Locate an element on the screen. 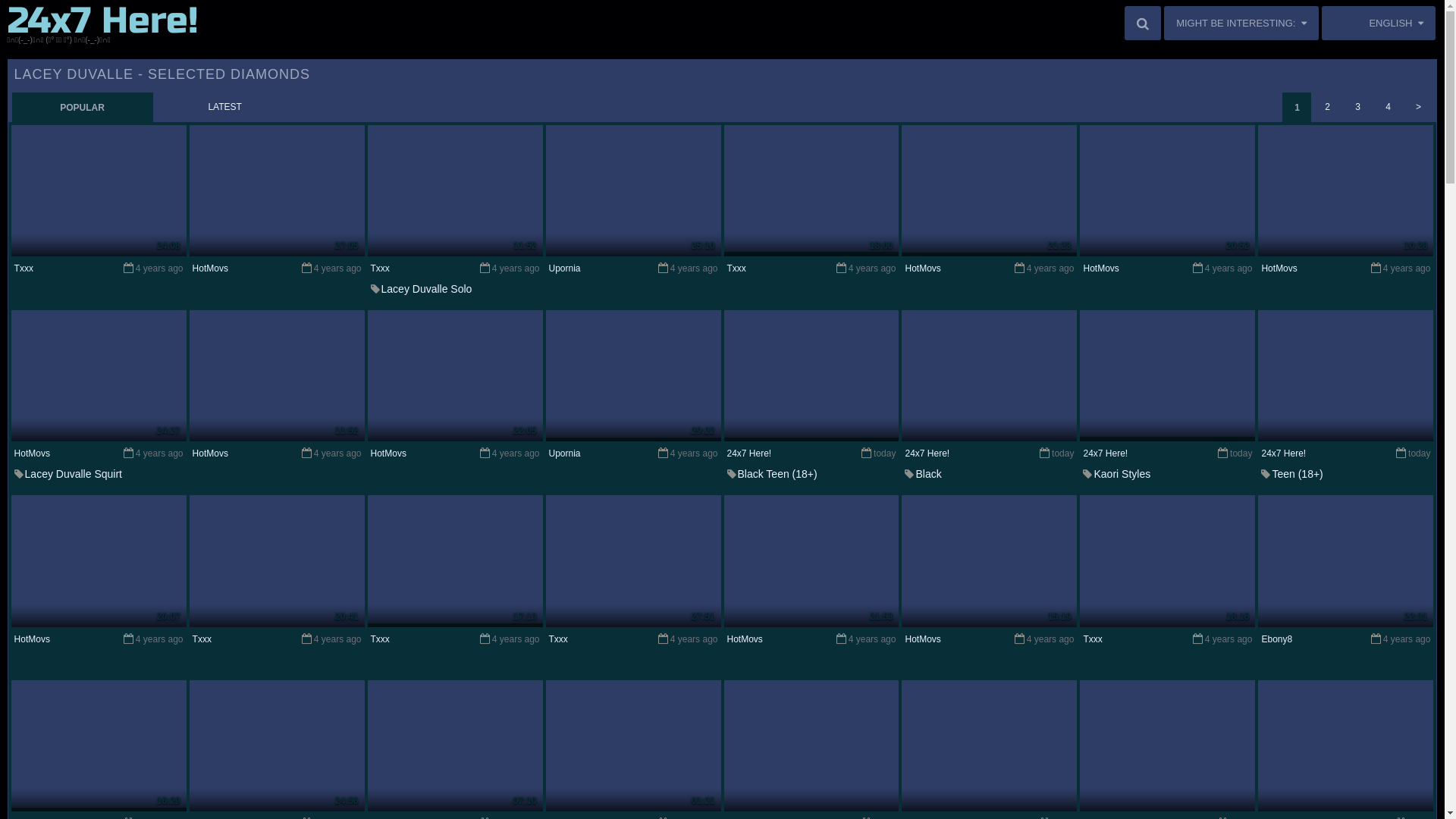  'Lacey Duvalle Solo' is located at coordinates (425, 289).